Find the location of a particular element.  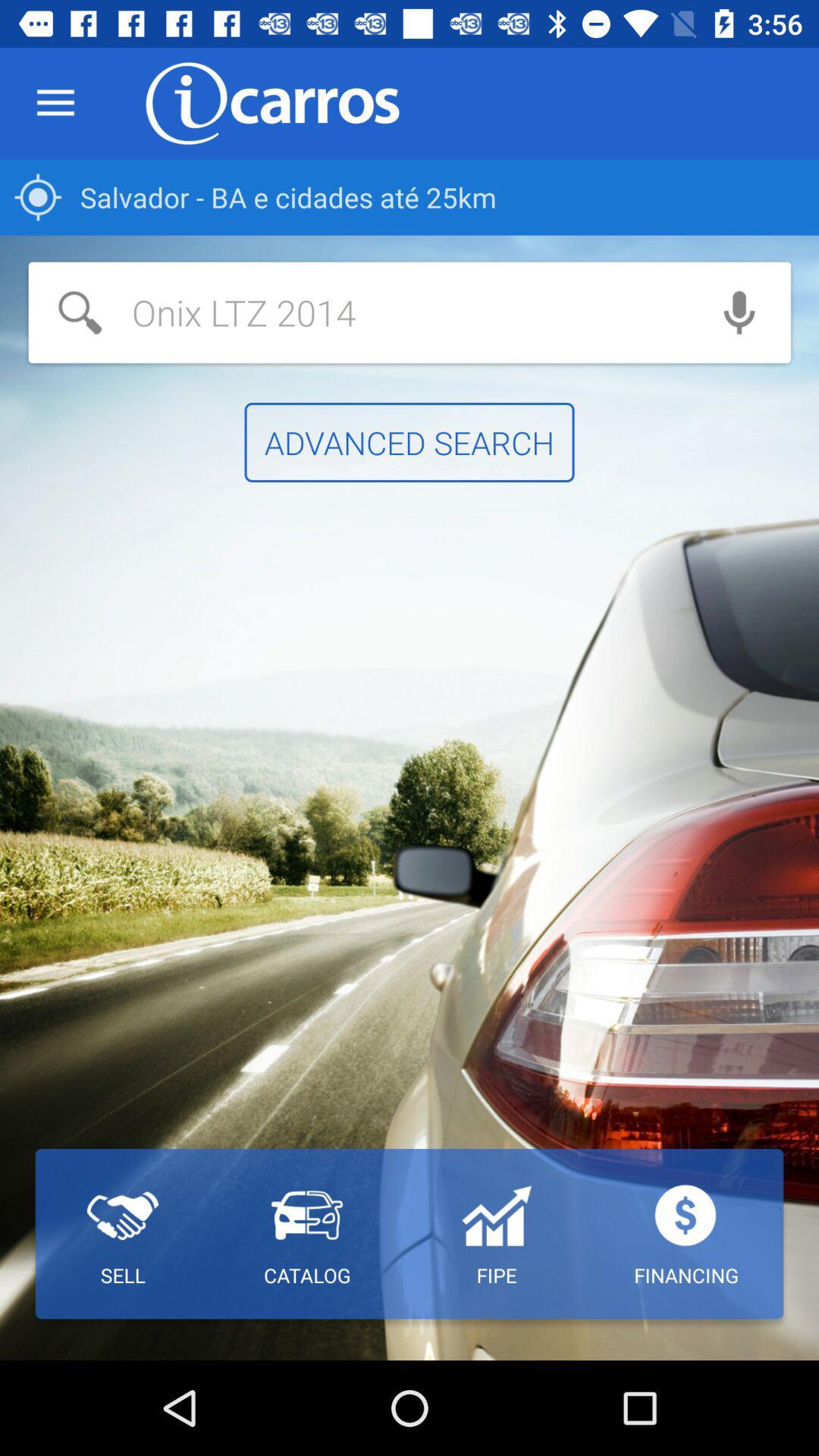

the microphone icon is located at coordinates (739, 312).